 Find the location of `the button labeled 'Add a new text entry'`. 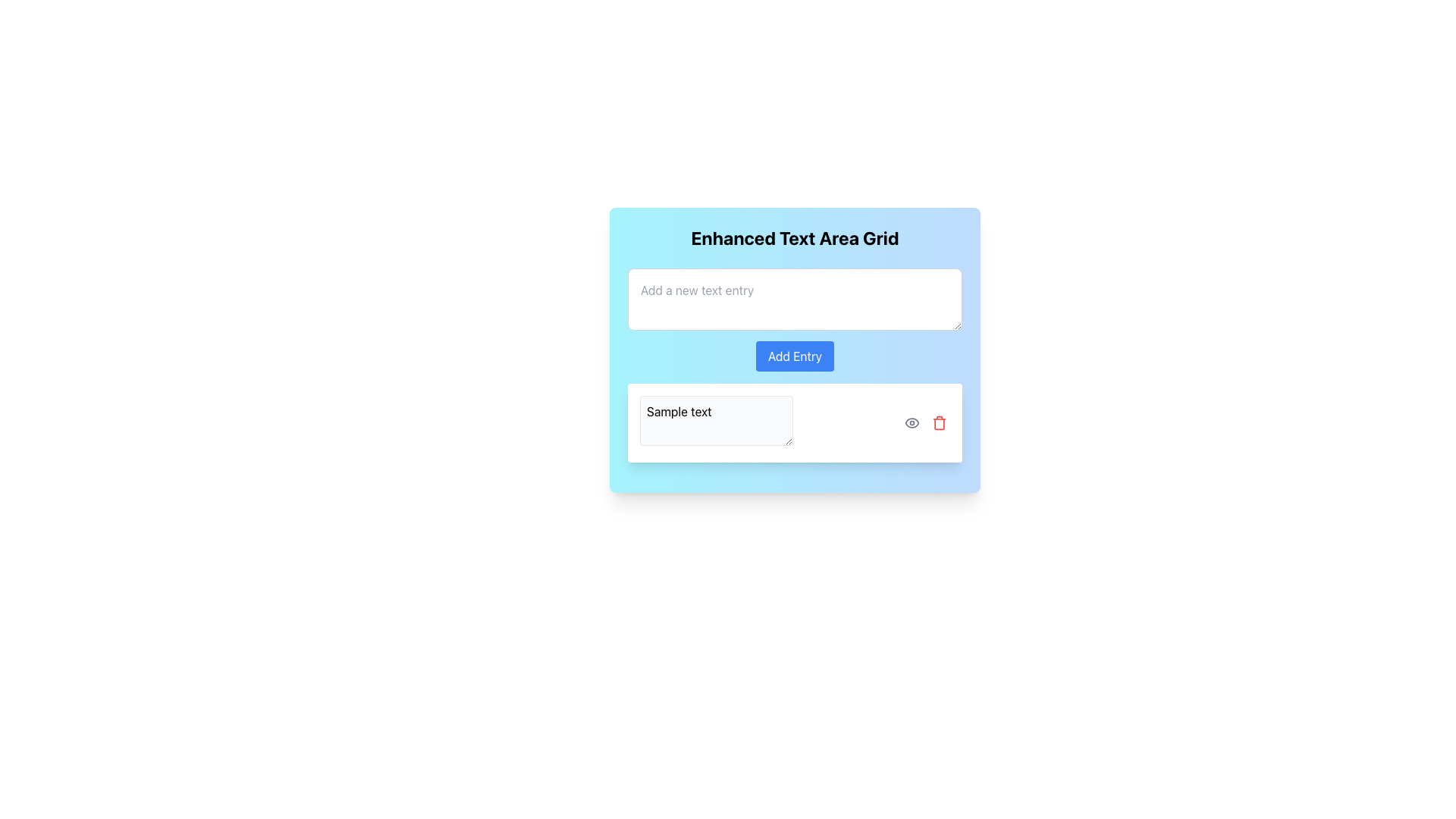

the button labeled 'Add a new text entry' is located at coordinates (794, 356).